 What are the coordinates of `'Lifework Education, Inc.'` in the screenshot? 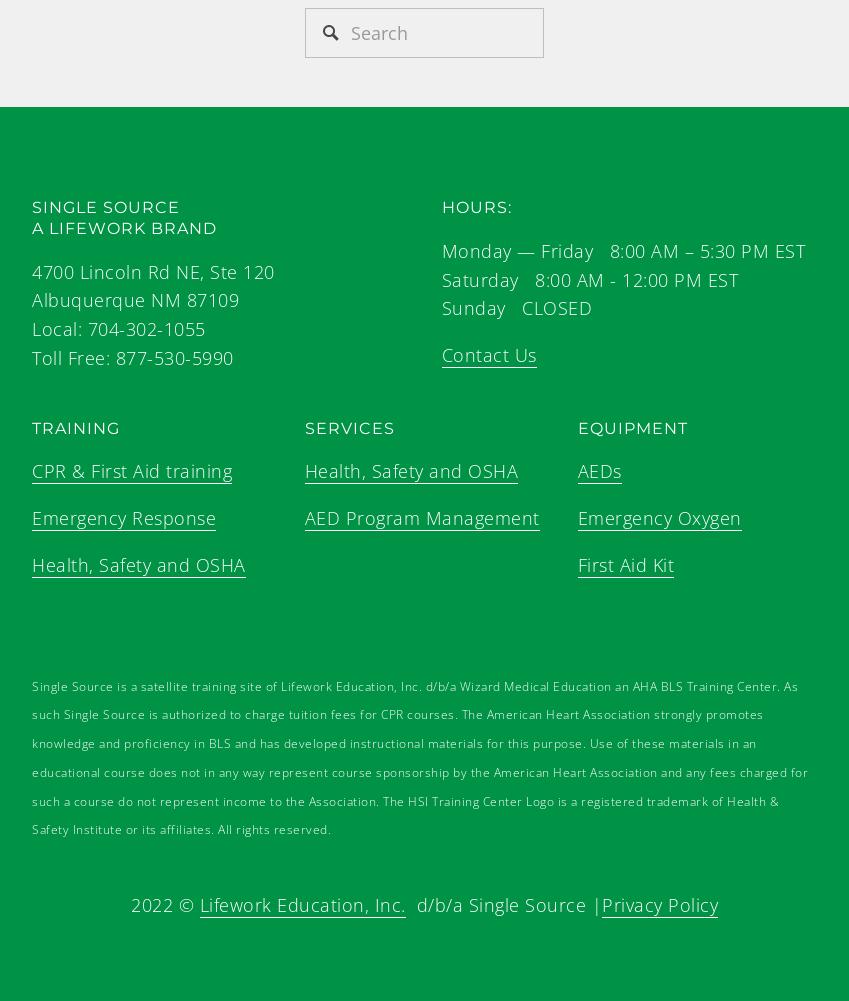 It's located at (300, 905).